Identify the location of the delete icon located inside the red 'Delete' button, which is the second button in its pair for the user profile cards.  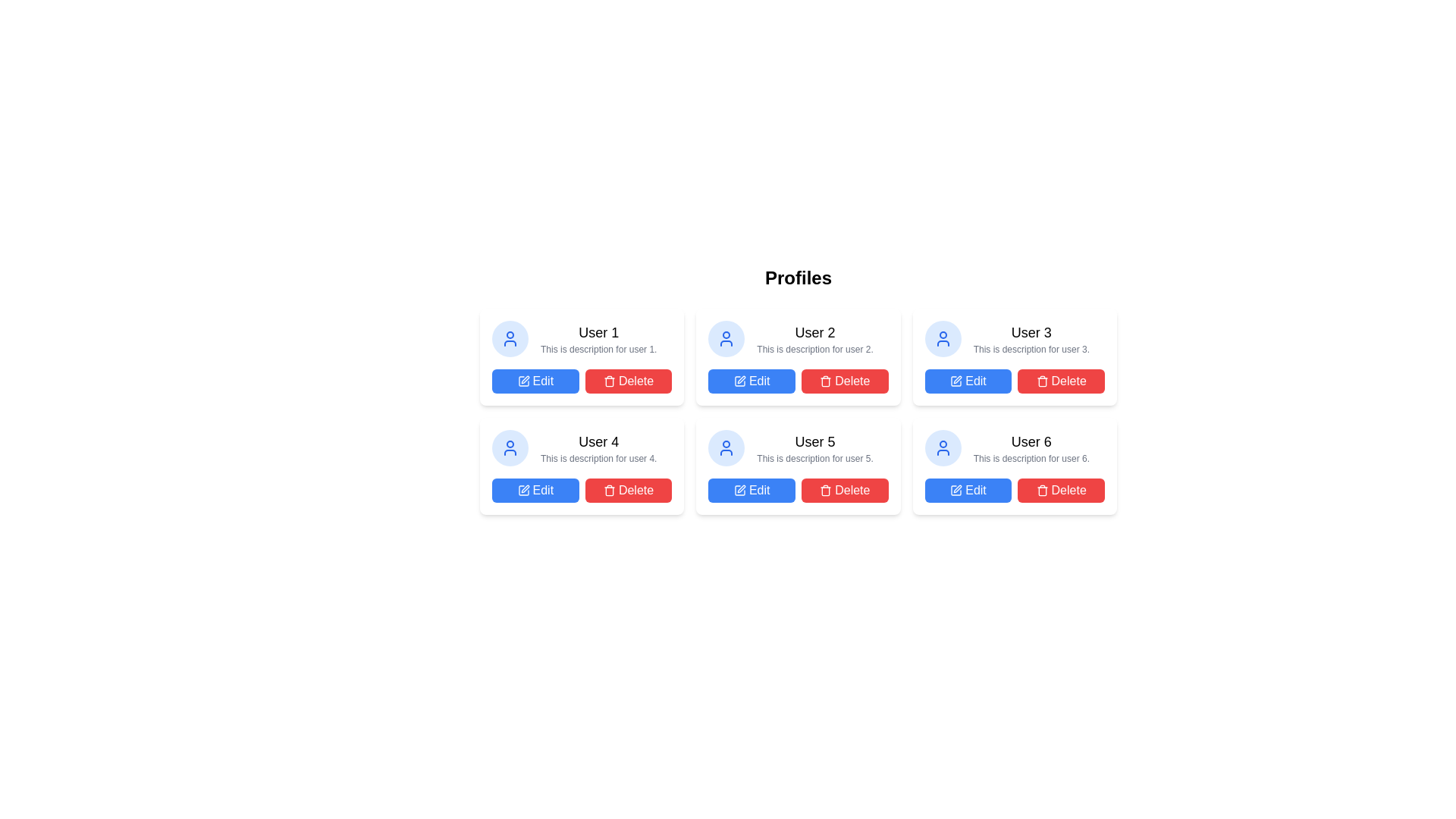
(825, 491).